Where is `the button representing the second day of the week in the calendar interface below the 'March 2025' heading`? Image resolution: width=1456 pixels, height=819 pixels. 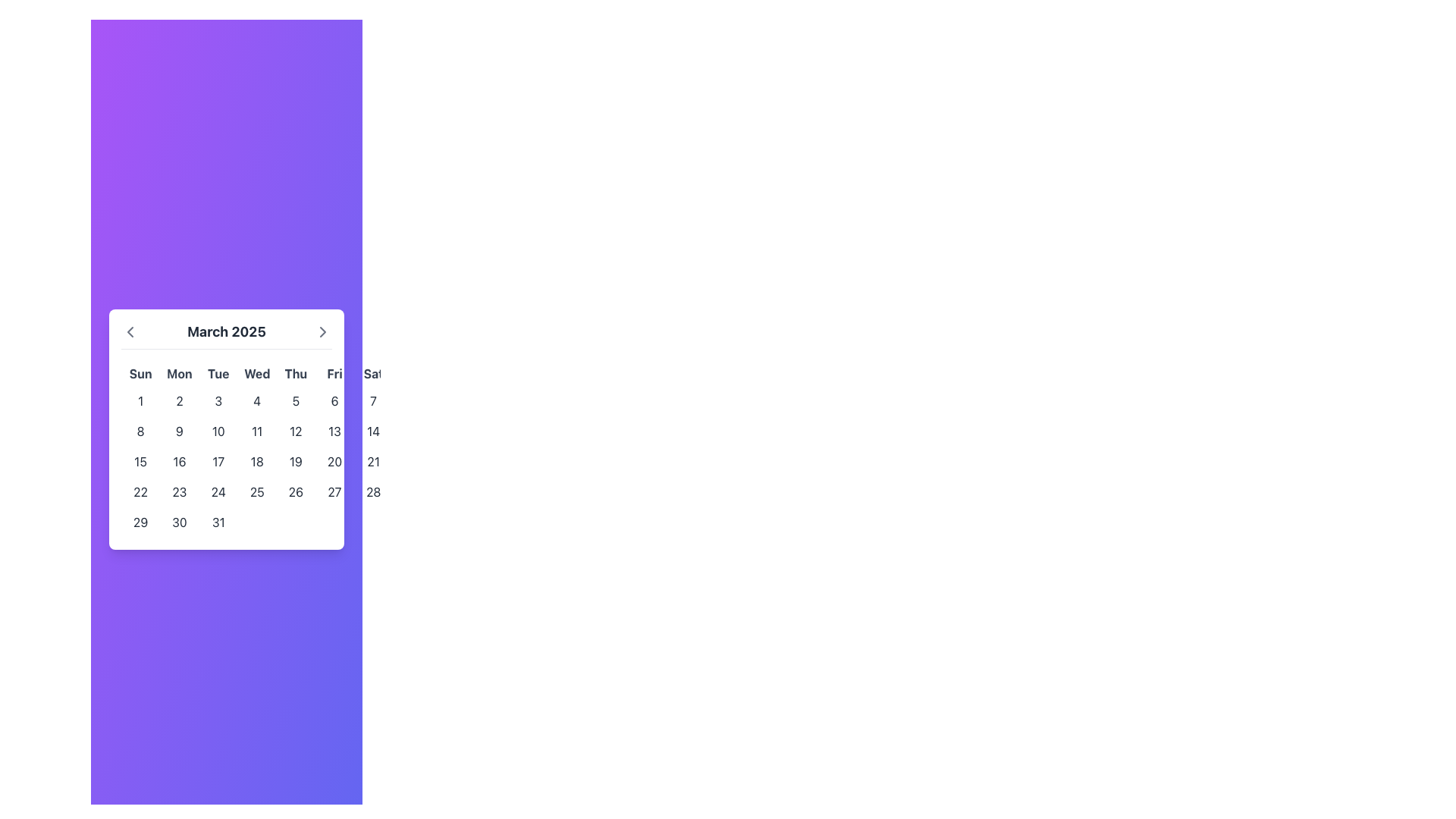 the button representing the second day of the week in the calendar interface below the 'March 2025' heading is located at coordinates (179, 400).